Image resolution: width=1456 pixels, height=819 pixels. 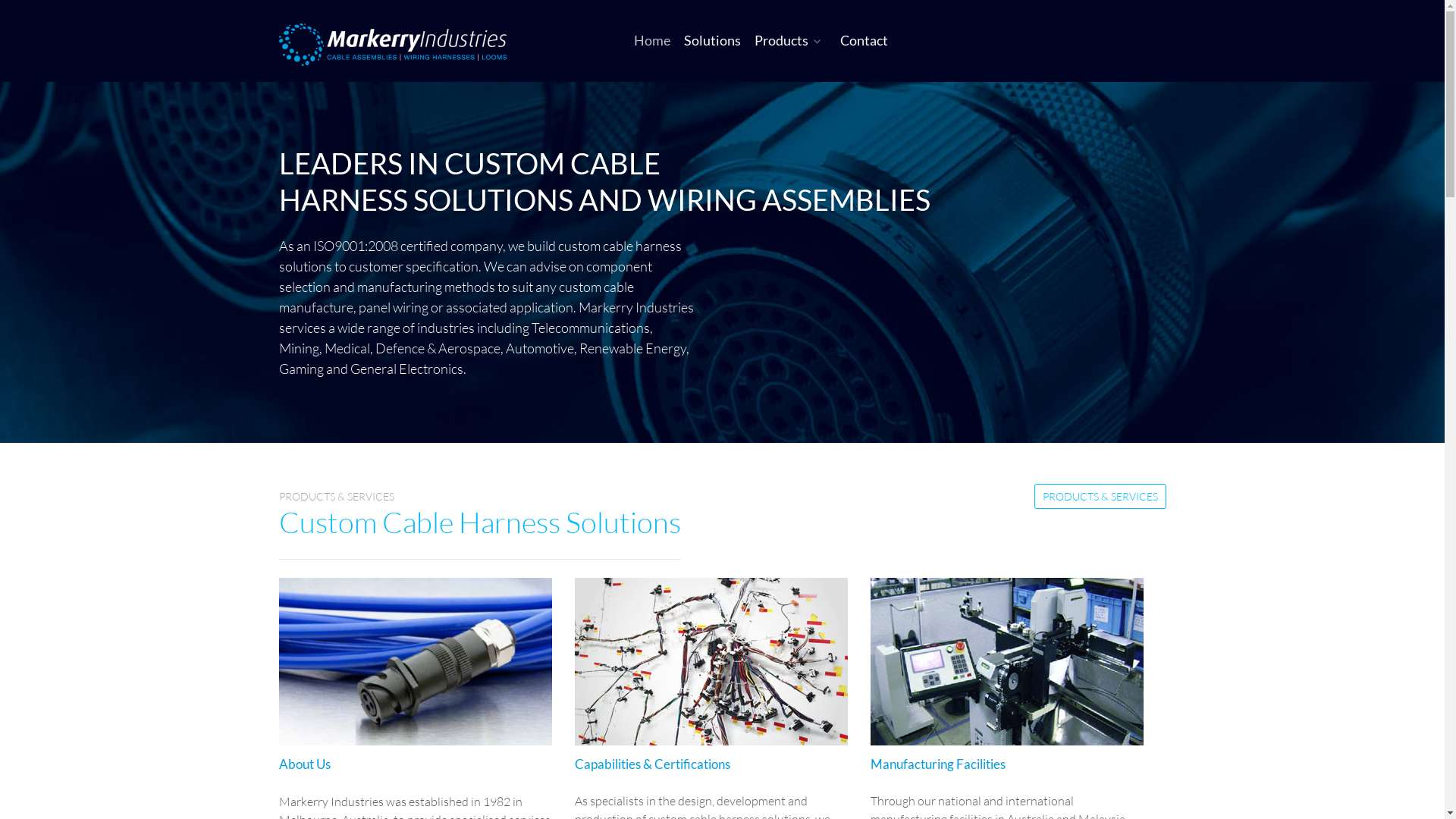 I want to click on 'Products', so click(x=789, y=39).